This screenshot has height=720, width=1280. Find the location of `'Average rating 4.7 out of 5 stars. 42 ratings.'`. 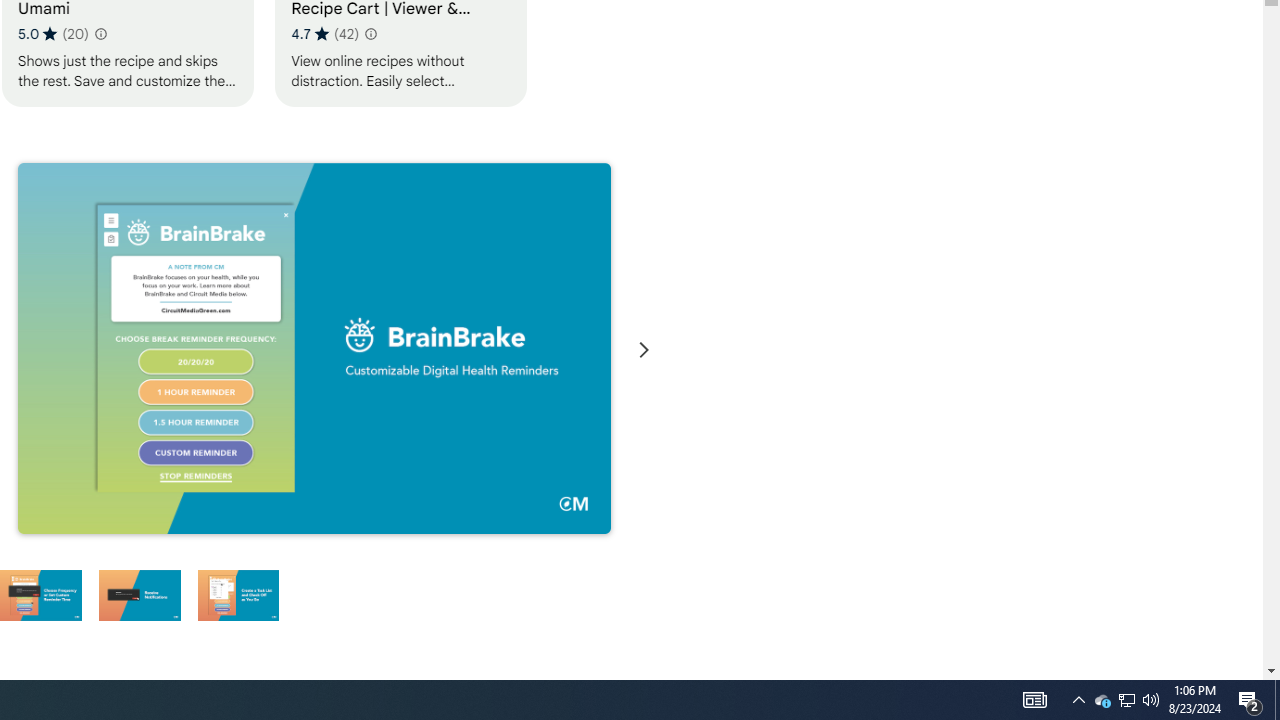

'Average rating 4.7 out of 5 stars. 42 ratings.' is located at coordinates (325, 33).